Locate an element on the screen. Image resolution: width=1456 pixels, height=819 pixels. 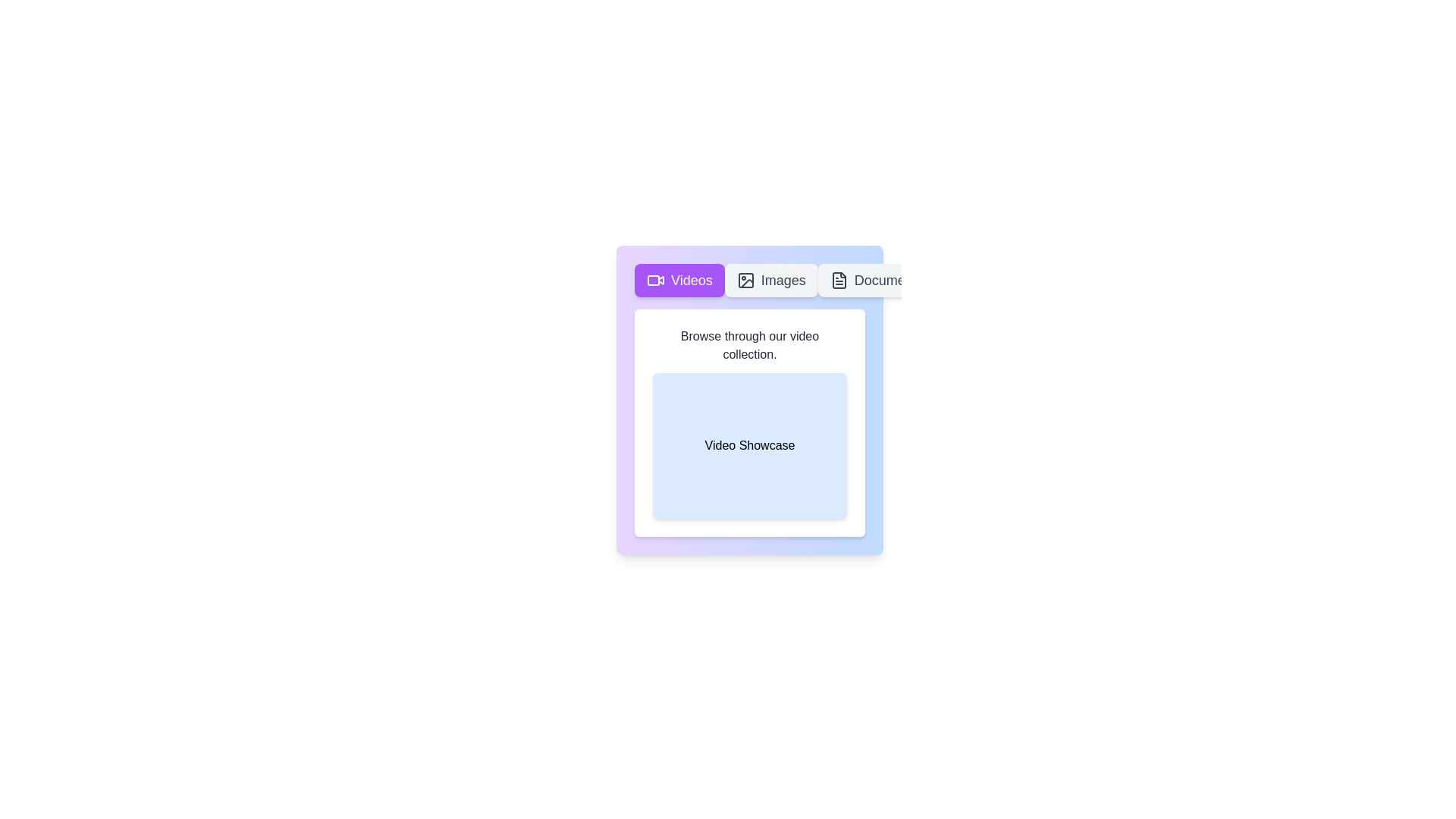
the 'Documents' tab icon is located at coordinates (838, 281).